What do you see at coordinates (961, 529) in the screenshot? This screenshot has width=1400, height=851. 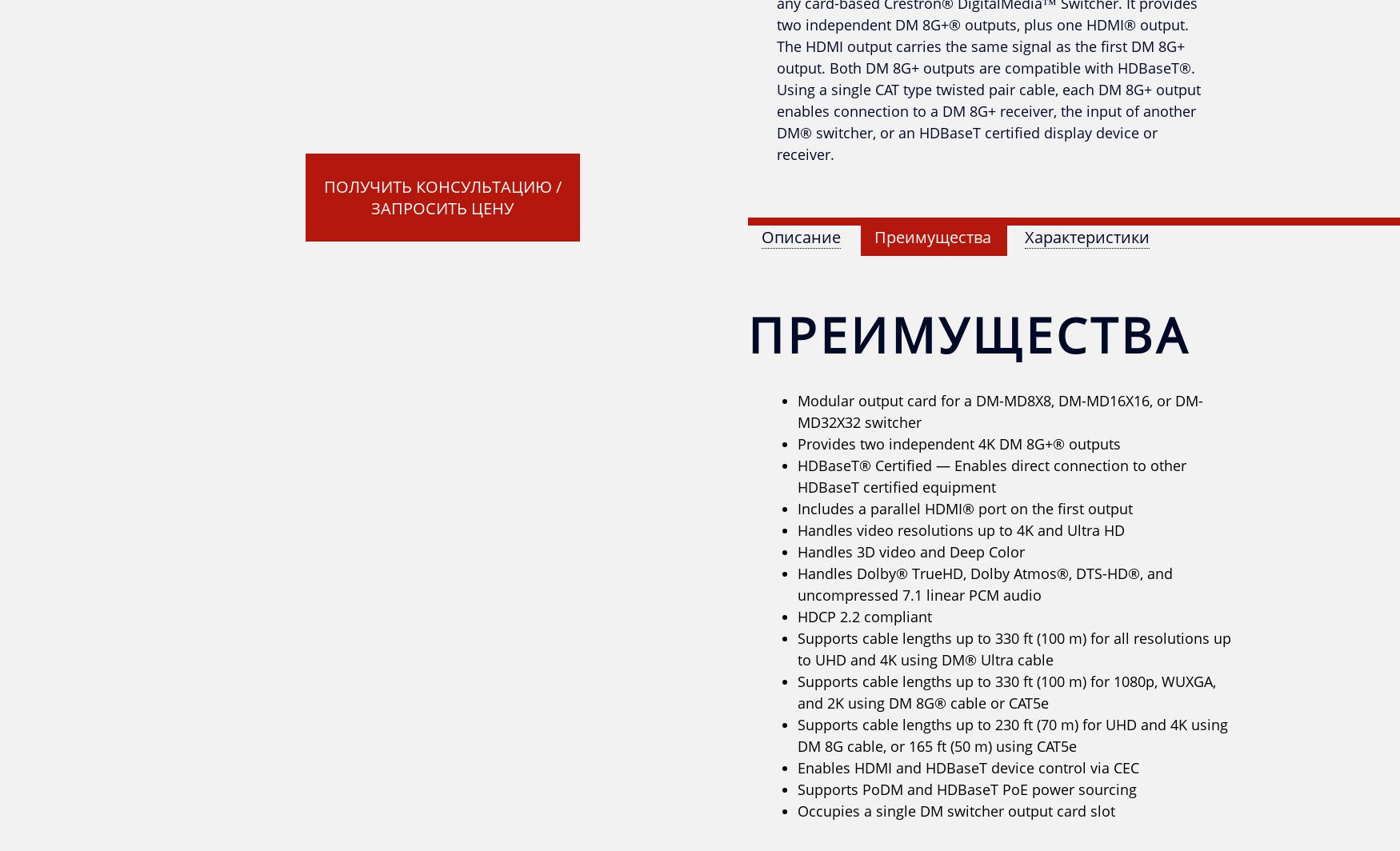 I see `'Handles video resolutions up to 4K and Ultra HD'` at bounding box center [961, 529].